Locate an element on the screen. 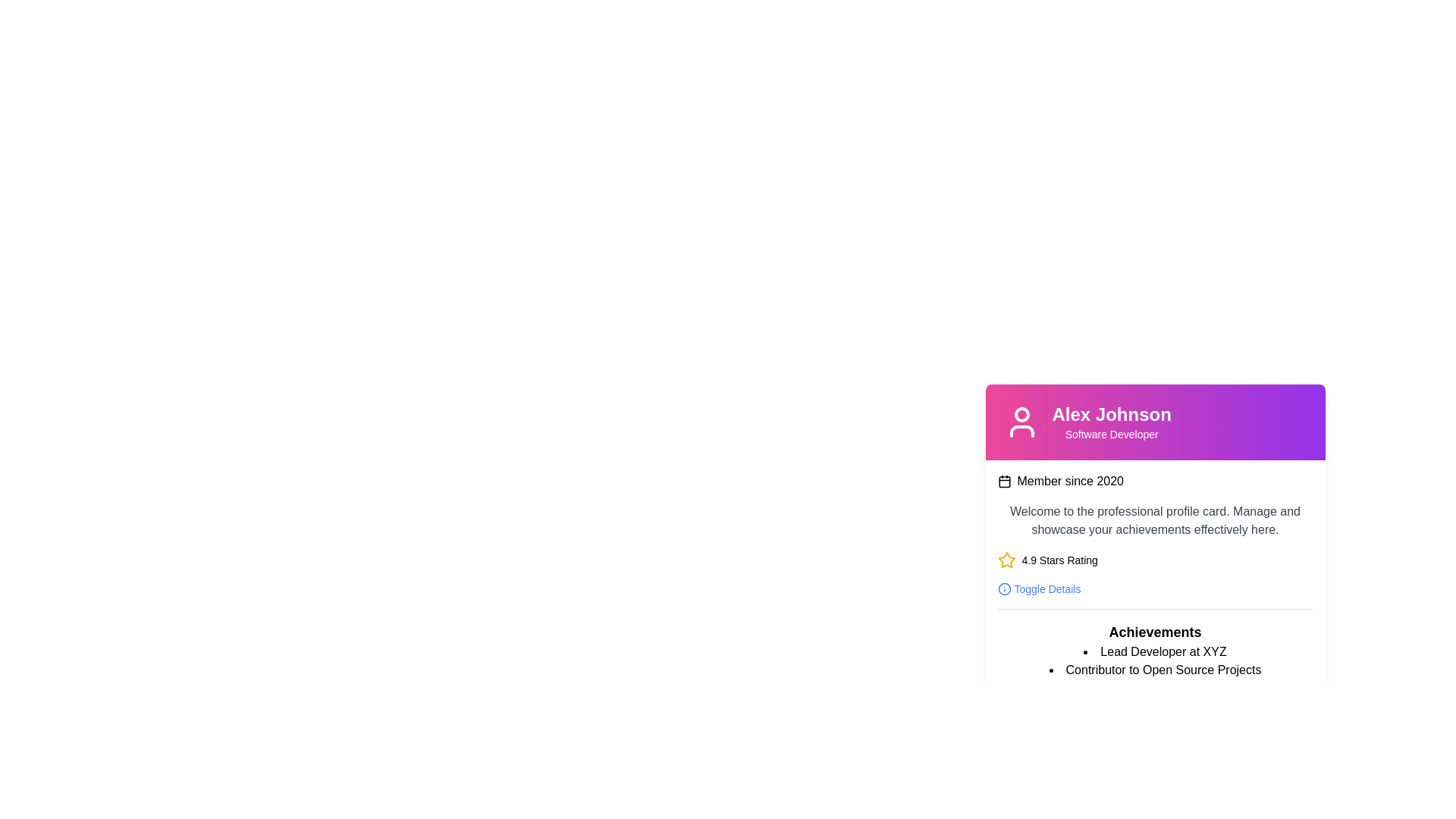 The image size is (1456, 819). the 'Toggle Details' text element, which is located at the bottom of the user profile card and is visually aligned next to an information icon is located at coordinates (1046, 588).